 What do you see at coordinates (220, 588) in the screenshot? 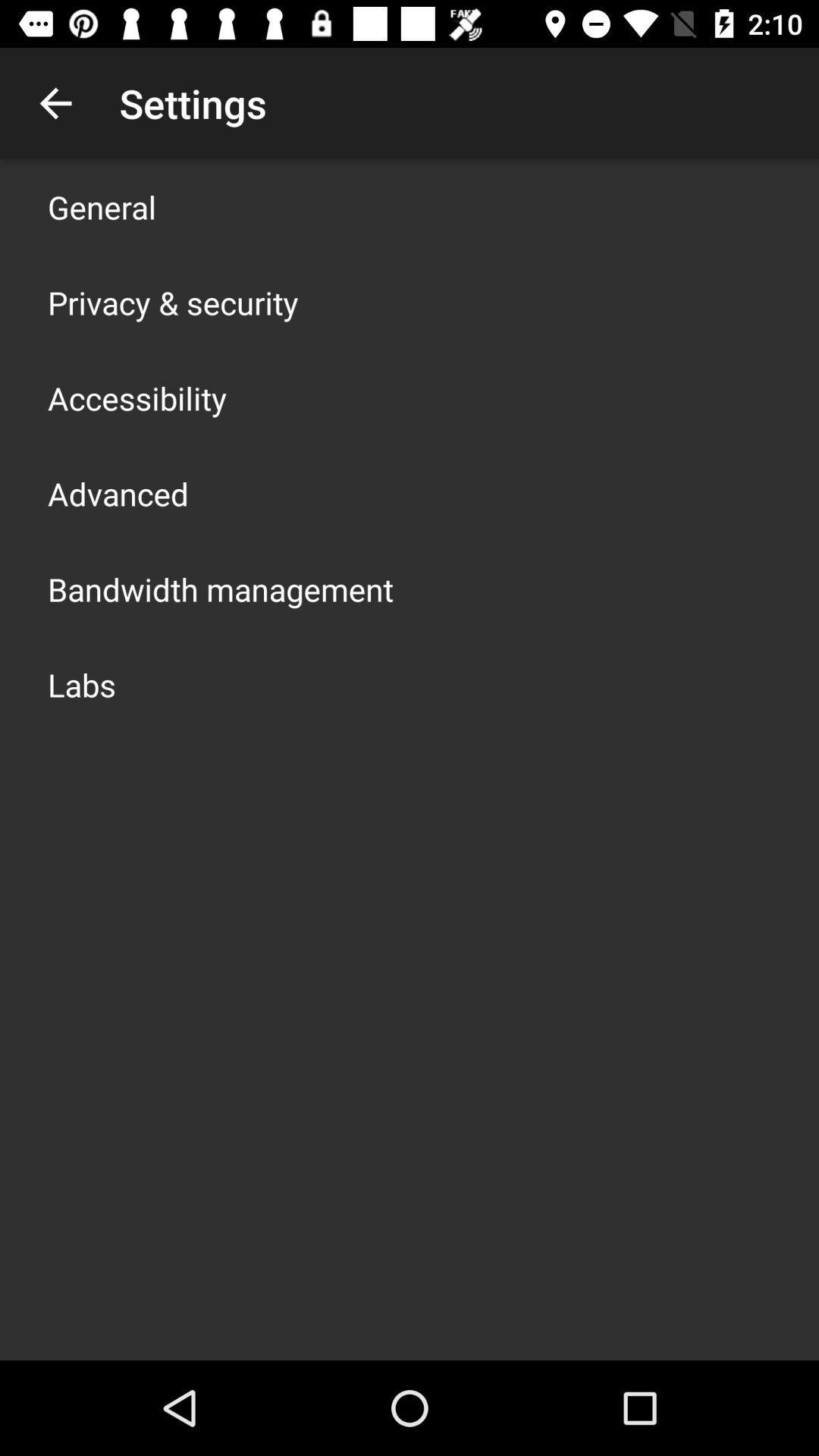
I see `bandwidth management icon` at bounding box center [220, 588].